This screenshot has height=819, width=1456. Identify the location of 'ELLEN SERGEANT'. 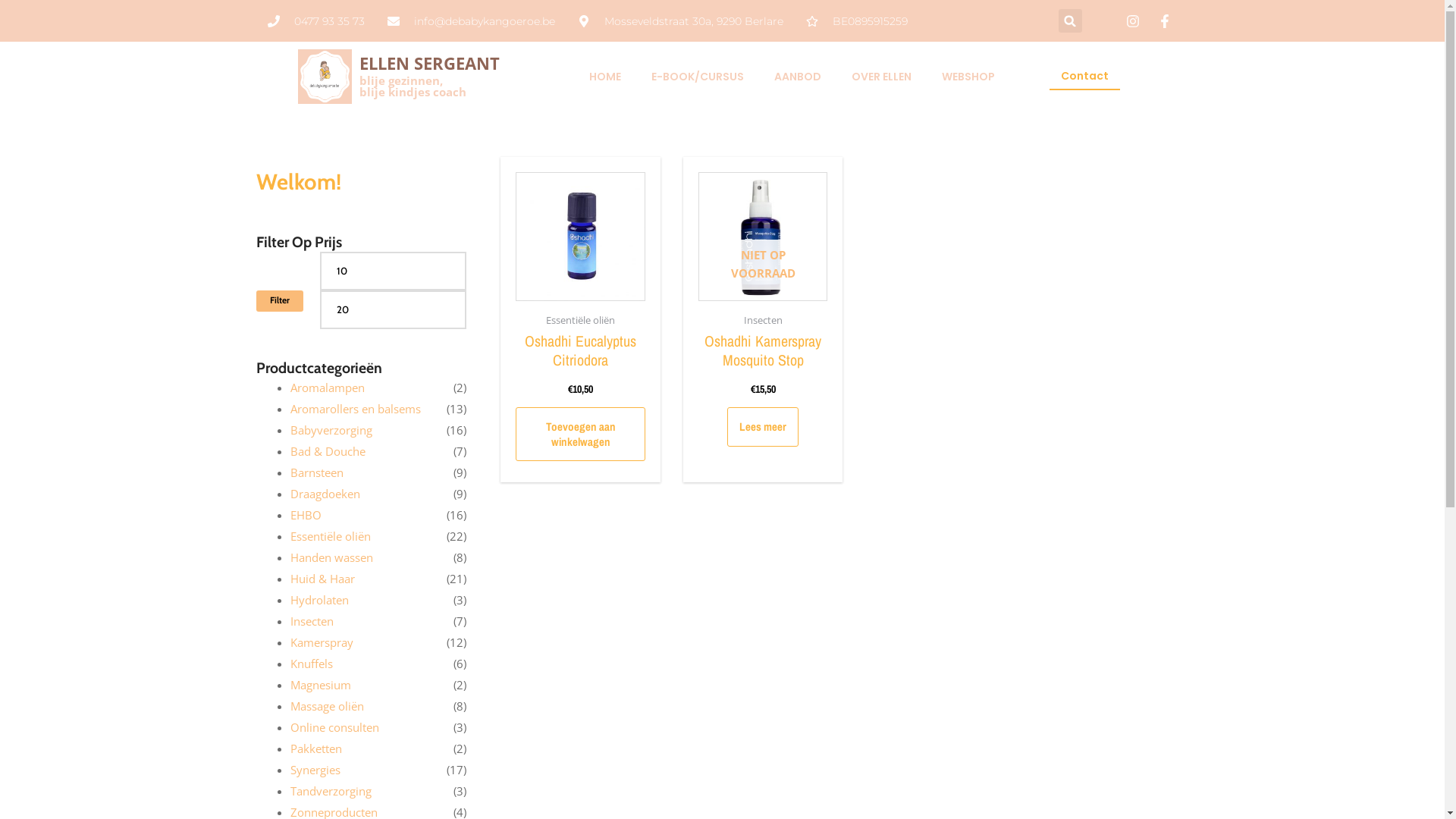
(359, 62).